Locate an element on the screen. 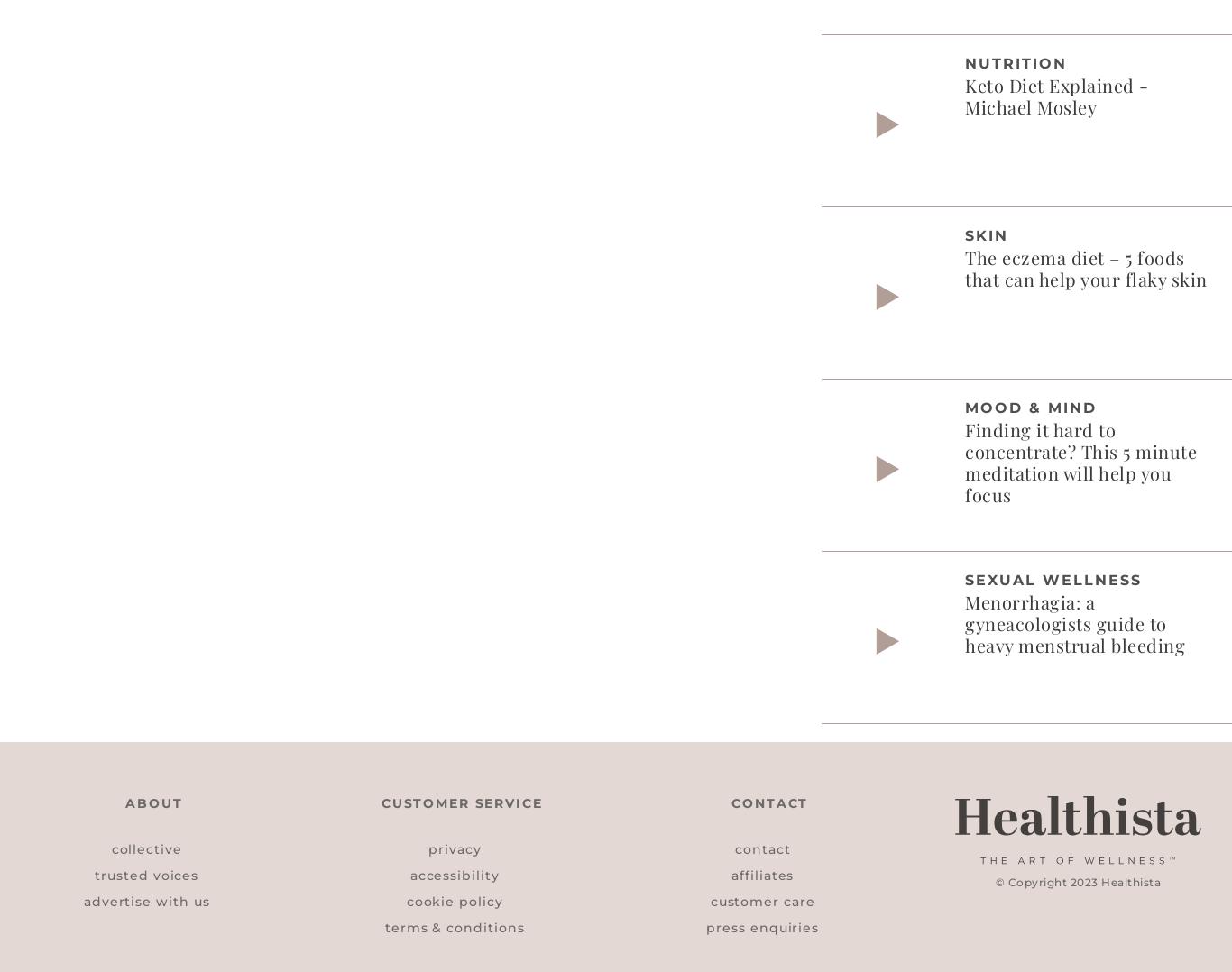 The image size is (1232, 972). 'affiliates' is located at coordinates (761, 874).